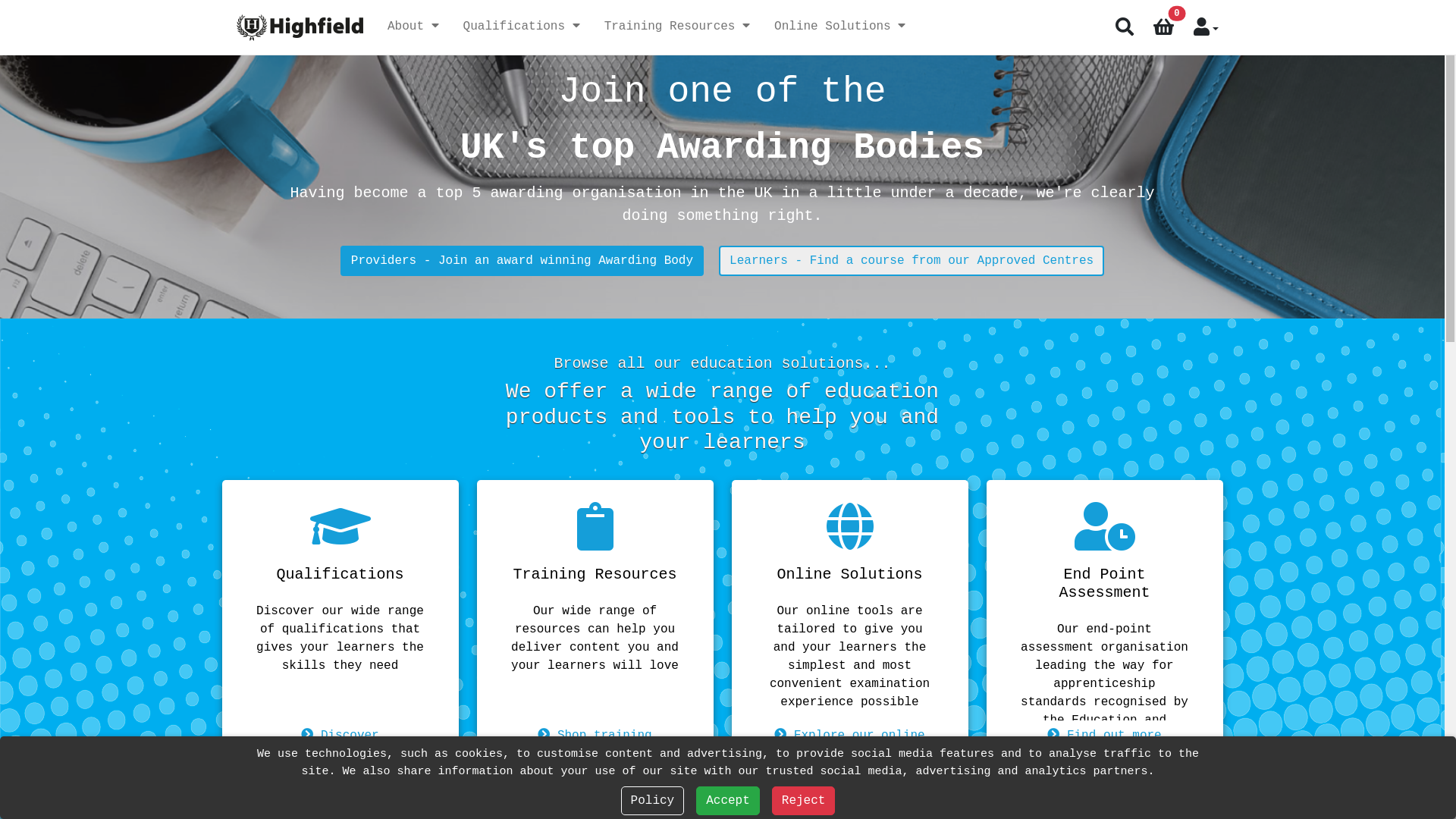  What do you see at coordinates (652, 800) in the screenshot?
I see `'Policy'` at bounding box center [652, 800].